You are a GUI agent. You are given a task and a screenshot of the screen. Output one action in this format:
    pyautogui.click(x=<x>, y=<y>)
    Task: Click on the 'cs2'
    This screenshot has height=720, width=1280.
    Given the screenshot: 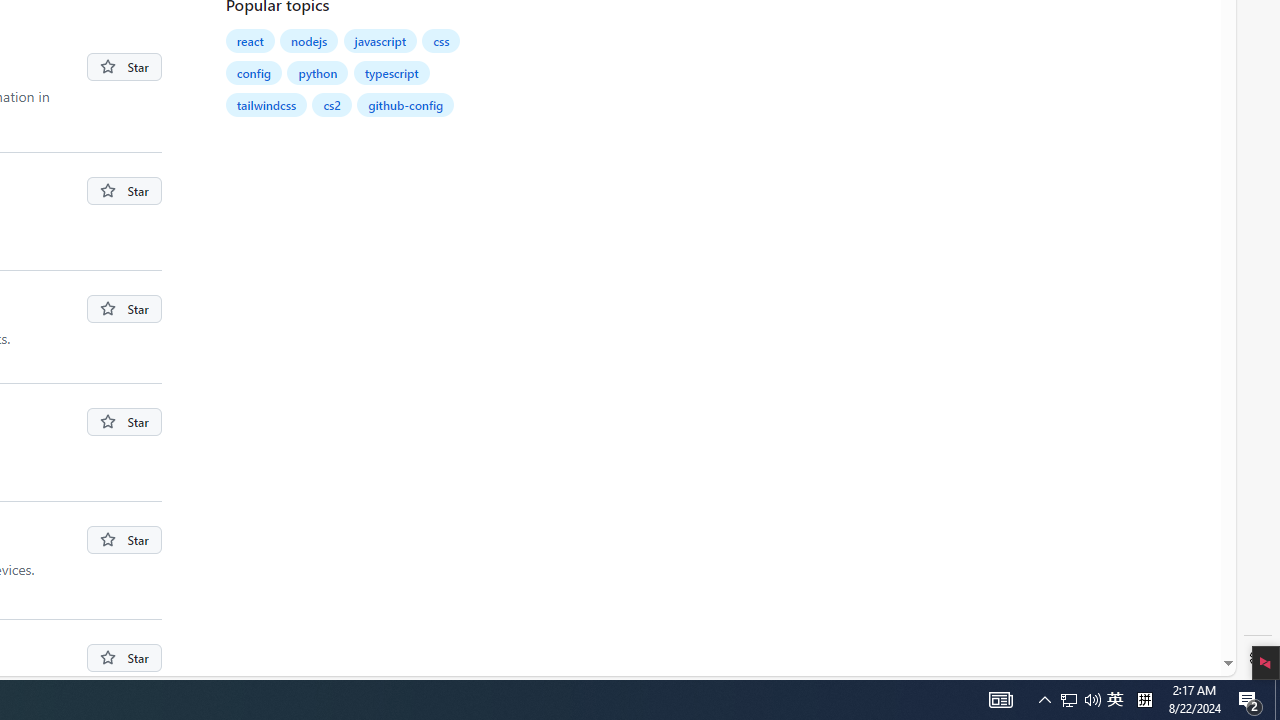 What is the action you would take?
    pyautogui.click(x=333, y=105)
    